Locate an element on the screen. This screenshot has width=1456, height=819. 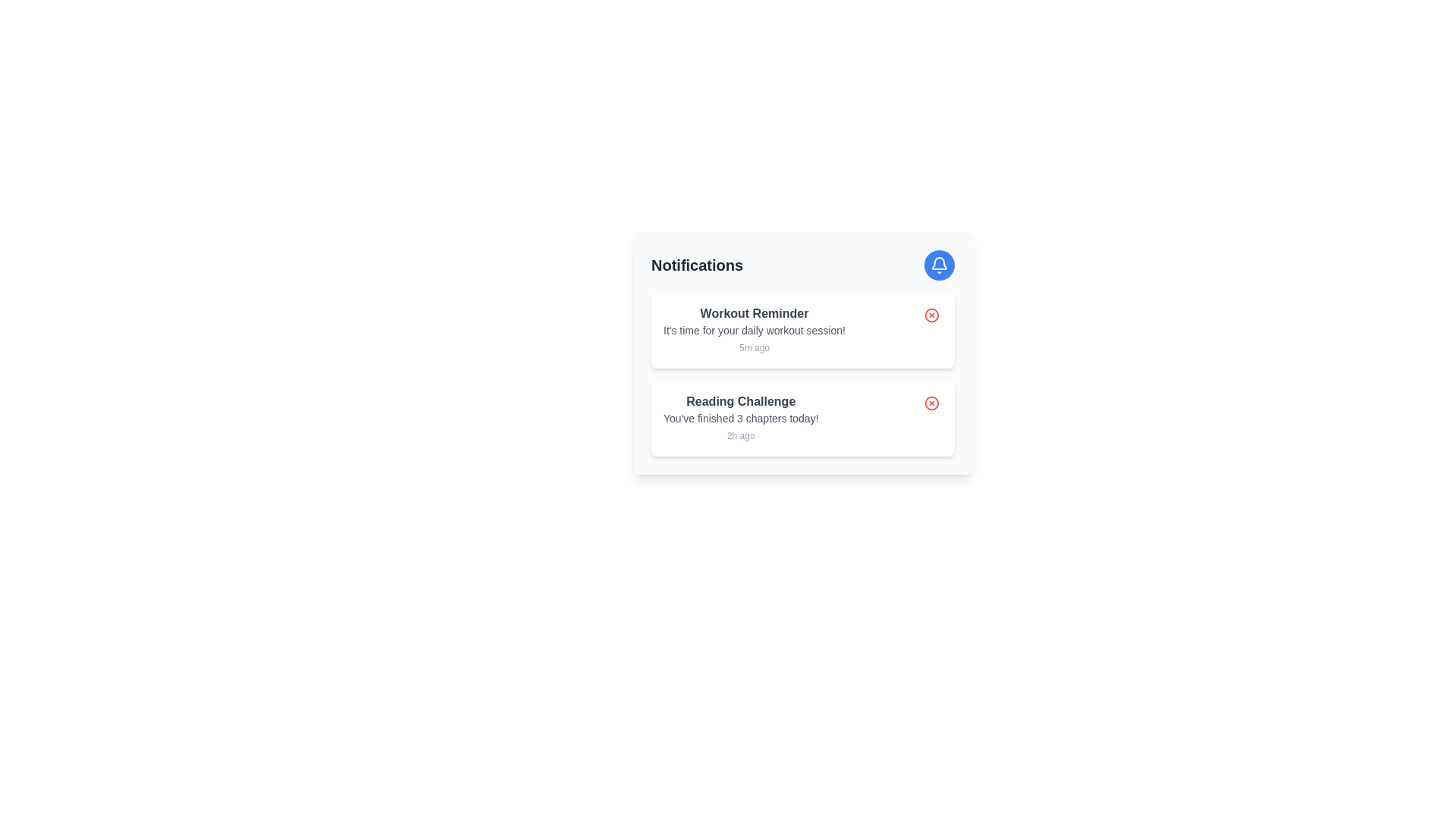
text content of the first 'Workout Reminder' notification card, which is positioned at the top of the notifications list and features a card-like design on a white background is located at coordinates (754, 329).